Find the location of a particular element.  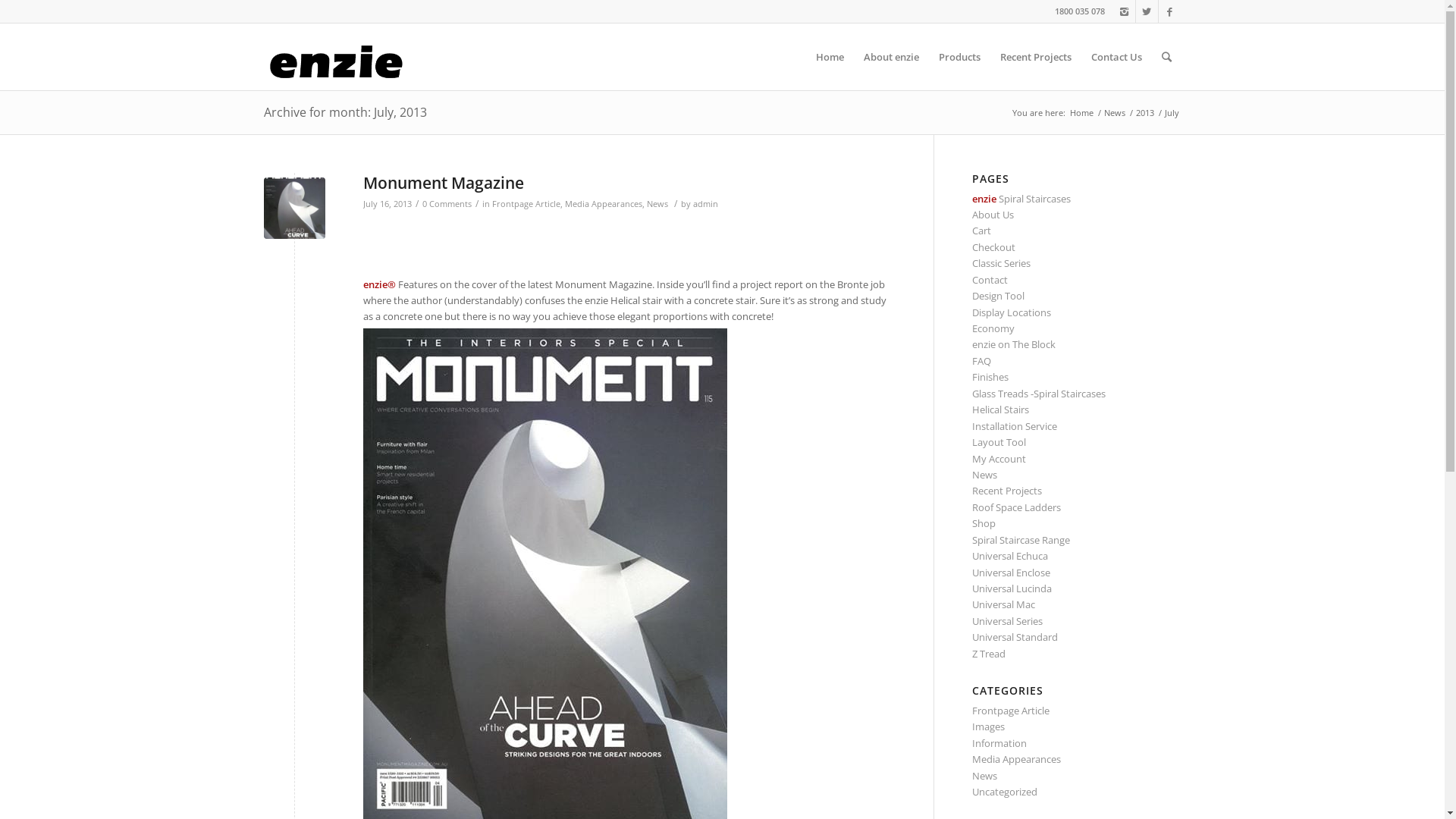

'Universal Lucinda' is located at coordinates (1012, 587).